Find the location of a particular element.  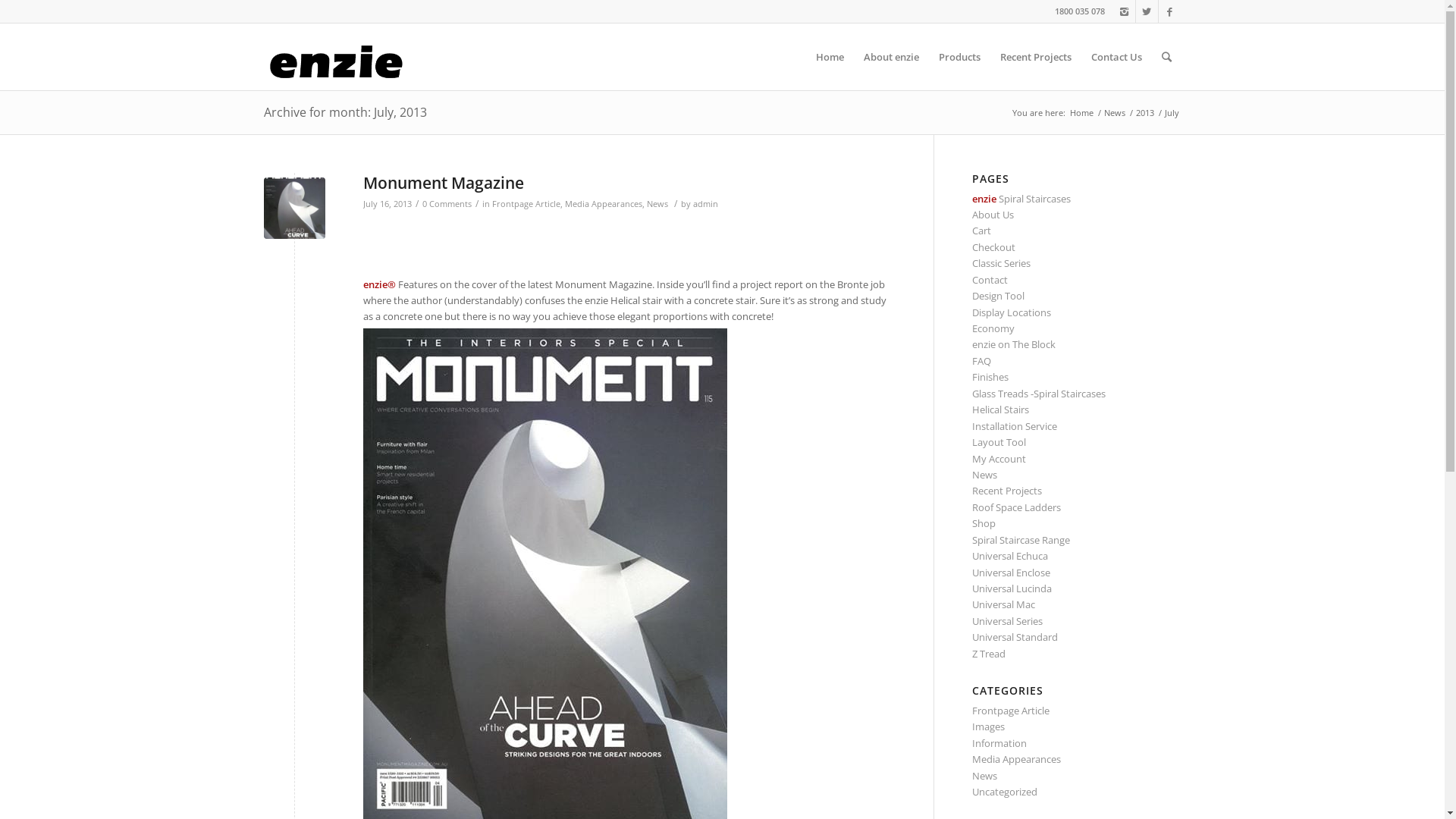

'Universal Lucinda' is located at coordinates (1012, 587).